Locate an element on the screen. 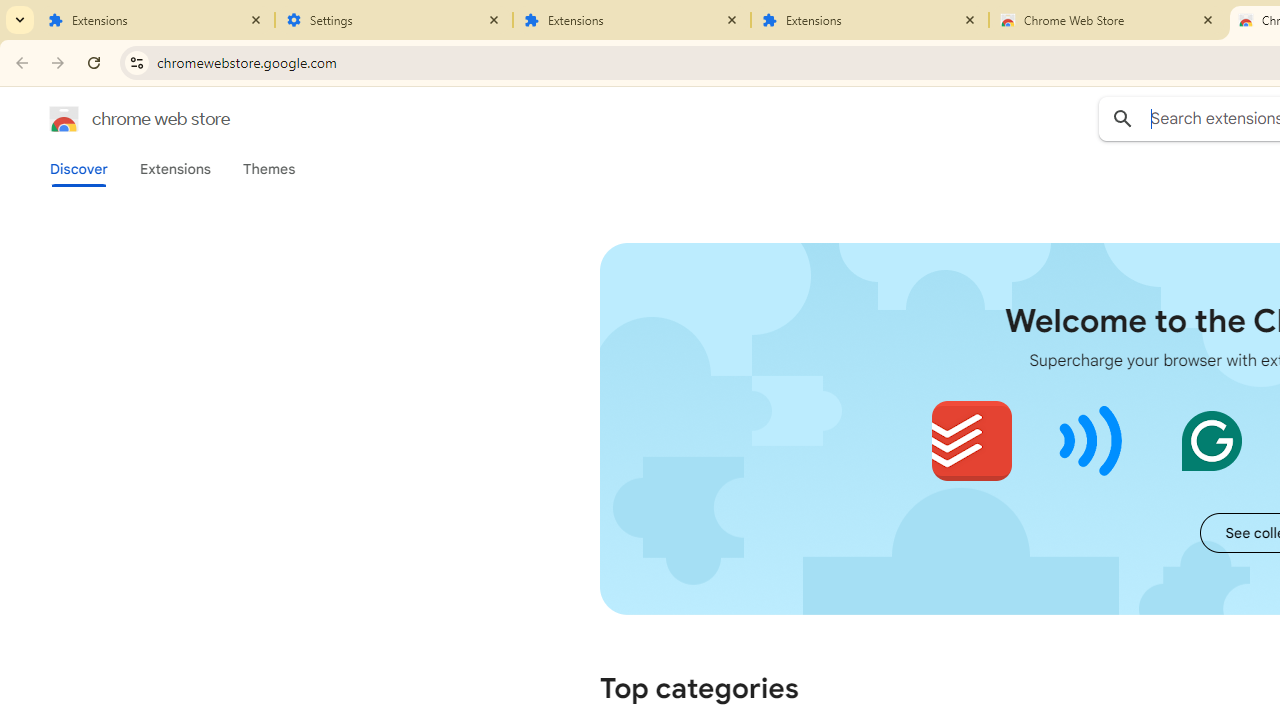  'Grammarly: AI Writing and Grammar Checker App' is located at coordinates (1210, 440).